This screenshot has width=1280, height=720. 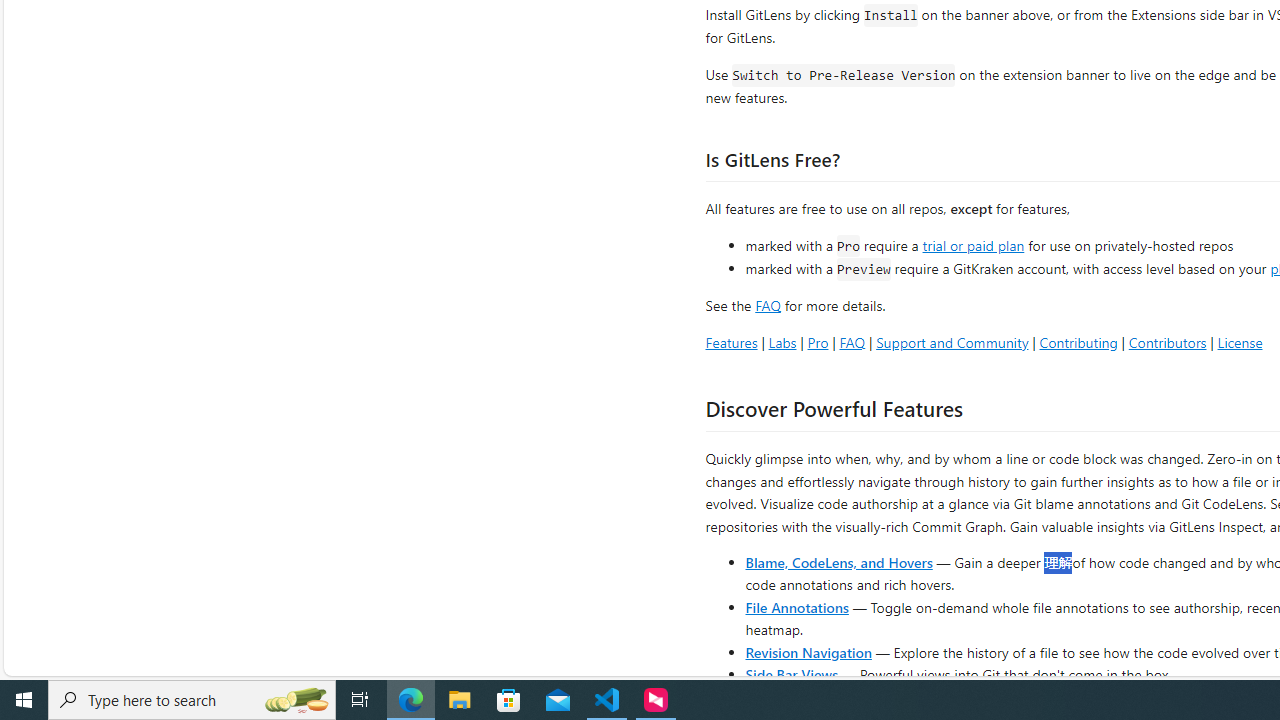 What do you see at coordinates (839, 561) in the screenshot?
I see `'Blame, CodeLens, and Hovers'` at bounding box center [839, 561].